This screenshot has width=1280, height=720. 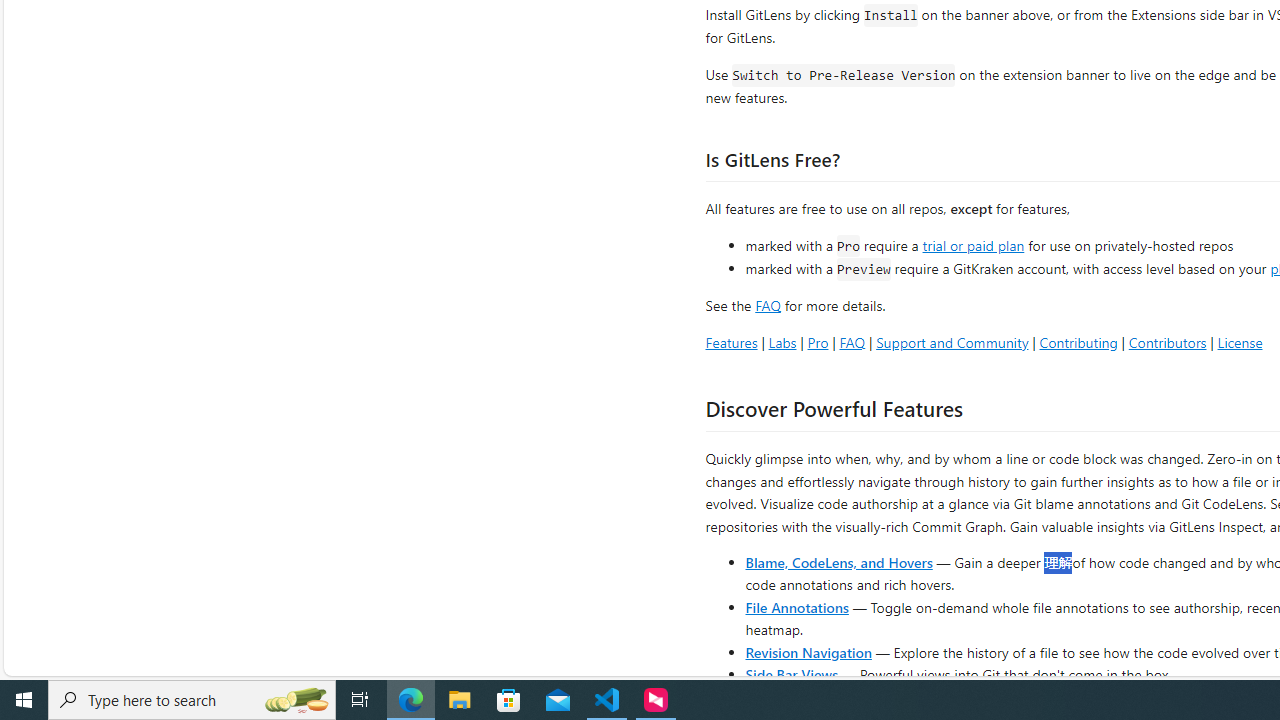 What do you see at coordinates (839, 561) in the screenshot?
I see `'Blame, CodeLens, and Hovers'` at bounding box center [839, 561].